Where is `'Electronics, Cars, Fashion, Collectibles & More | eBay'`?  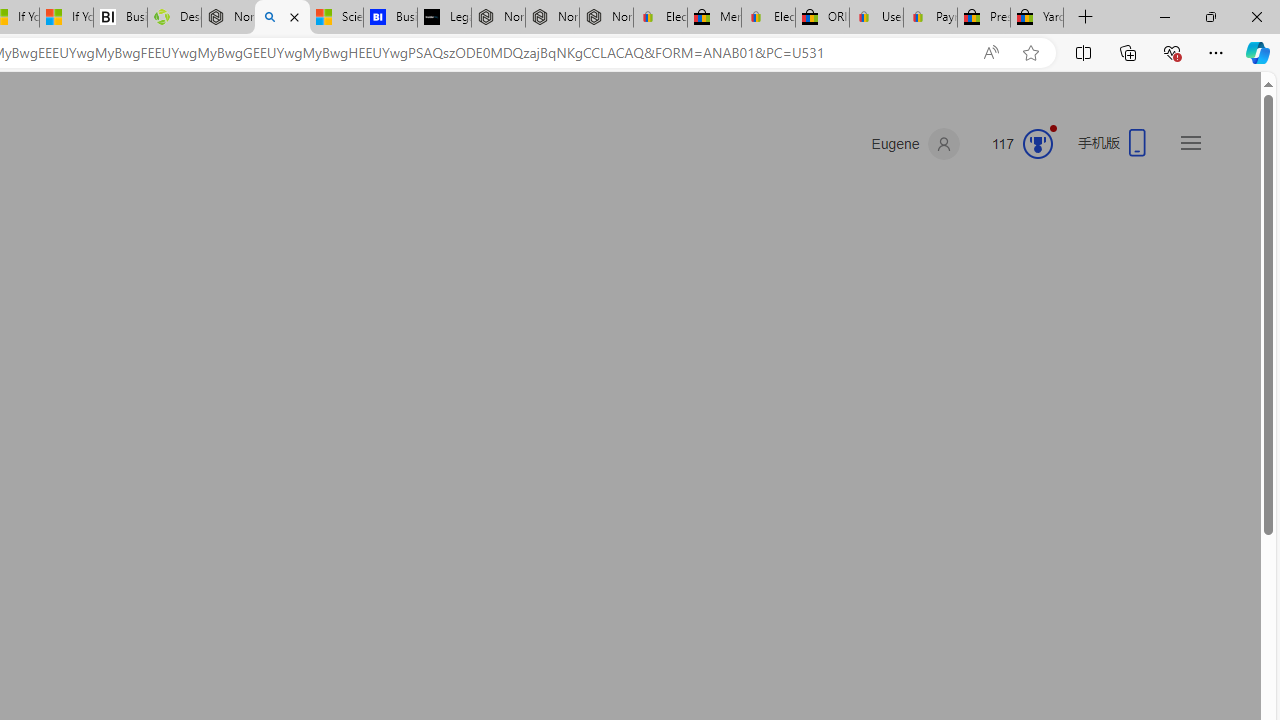 'Electronics, Cars, Fashion, Collectibles & More | eBay' is located at coordinates (767, 17).